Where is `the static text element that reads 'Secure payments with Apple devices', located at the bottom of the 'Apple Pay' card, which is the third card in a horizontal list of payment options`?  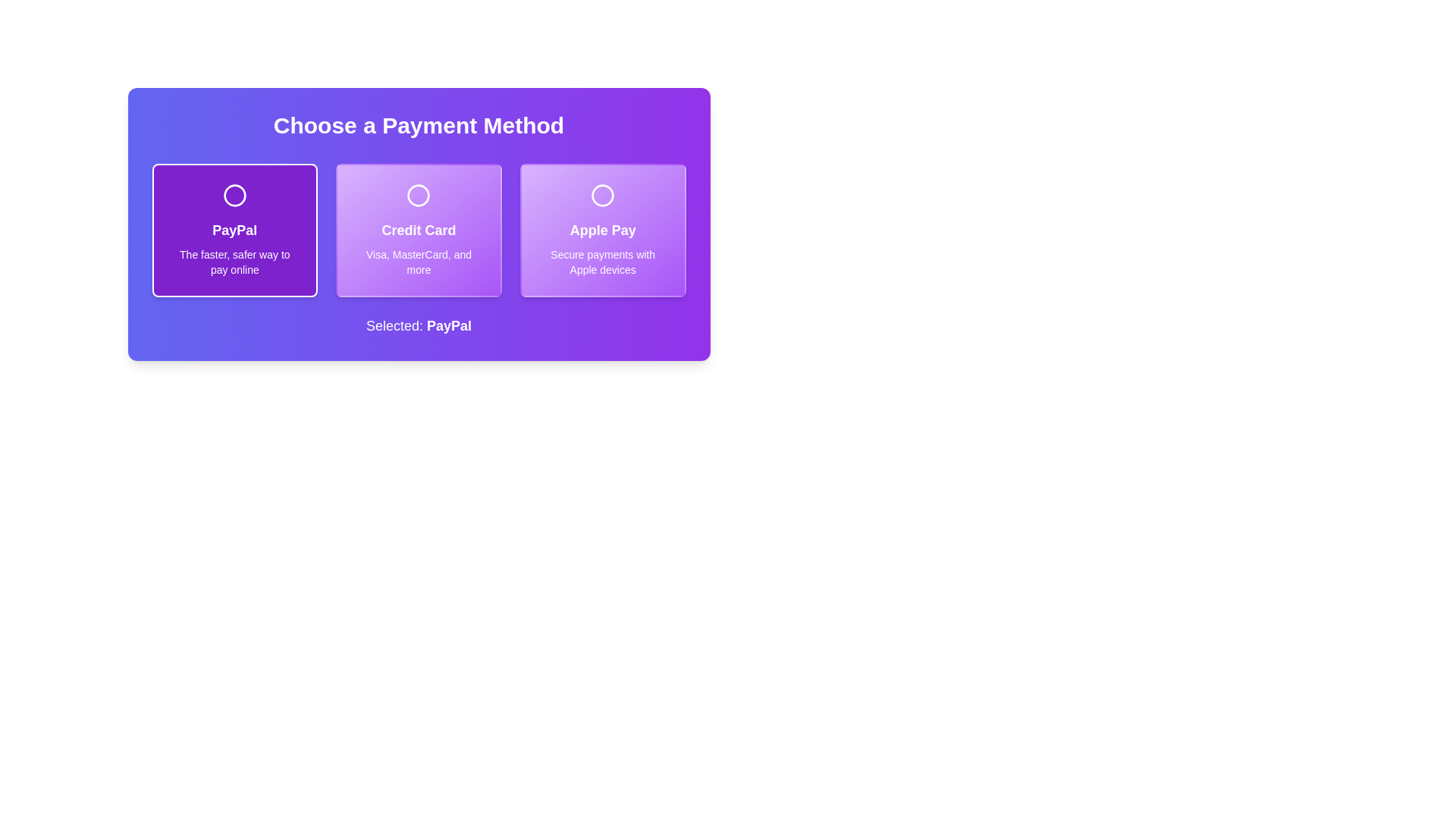
the static text element that reads 'Secure payments with Apple devices', located at the bottom of the 'Apple Pay' card, which is the third card in a horizontal list of payment options is located at coordinates (602, 262).